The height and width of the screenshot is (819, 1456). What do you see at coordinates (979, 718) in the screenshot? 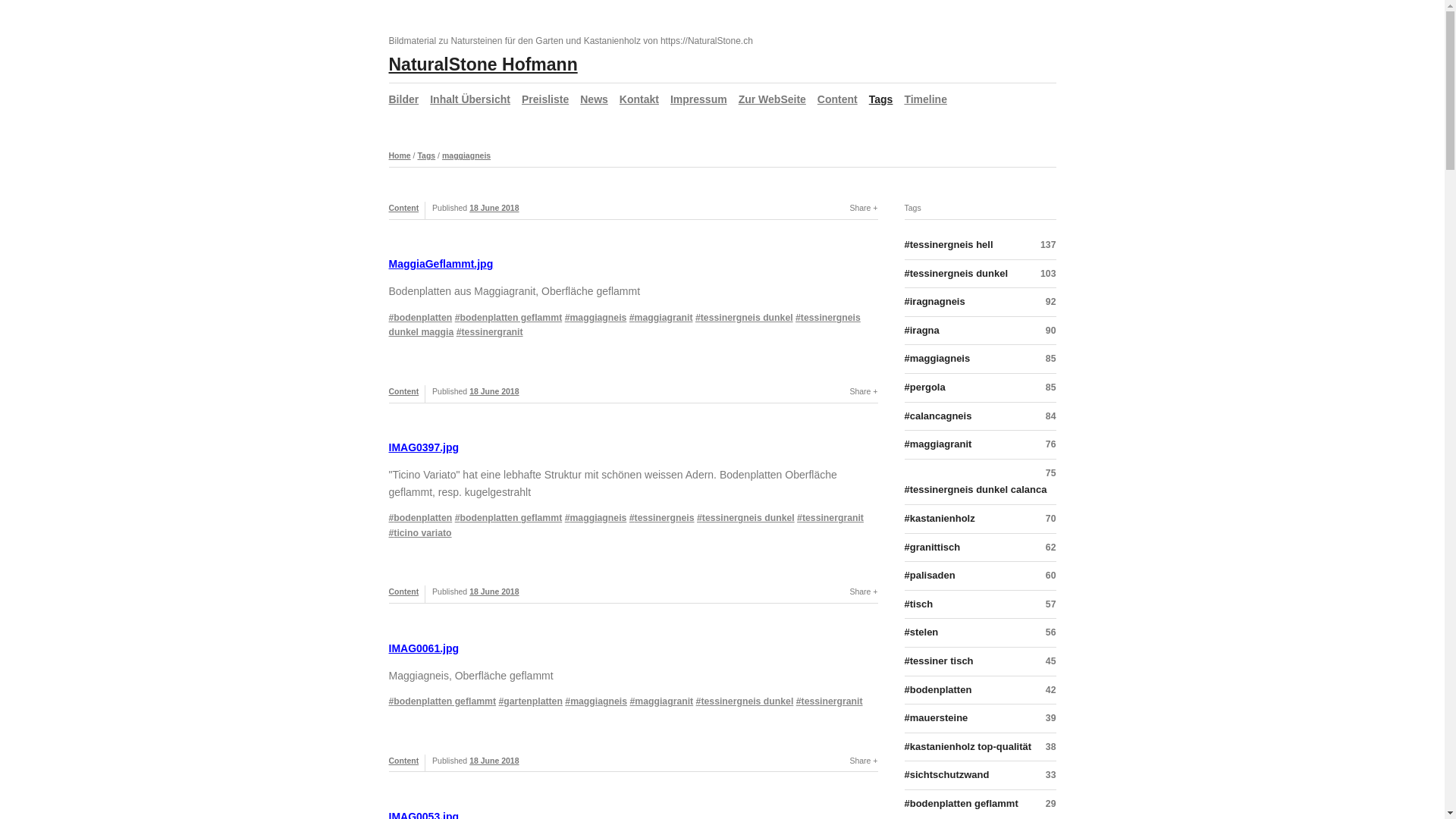
I see `'39` at bounding box center [979, 718].